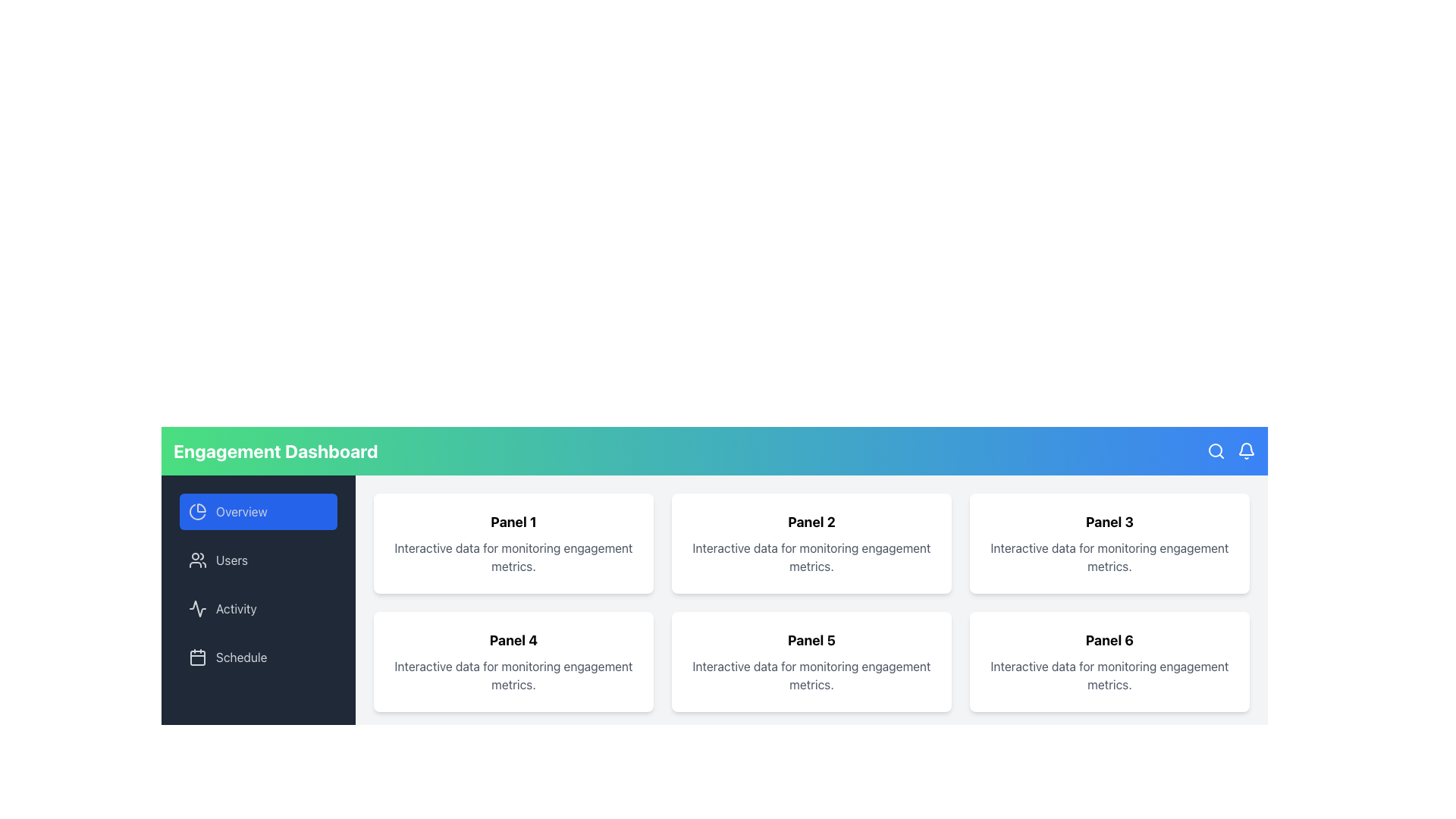 The image size is (1456, 819). What do you see at coordinates (196, 512) in the screenshot?
I see `the pie chart icon located inside the blue button labeled 'Overview', which is positioned at the top of the vertical navigation menu` at bounding box center [196, 512].